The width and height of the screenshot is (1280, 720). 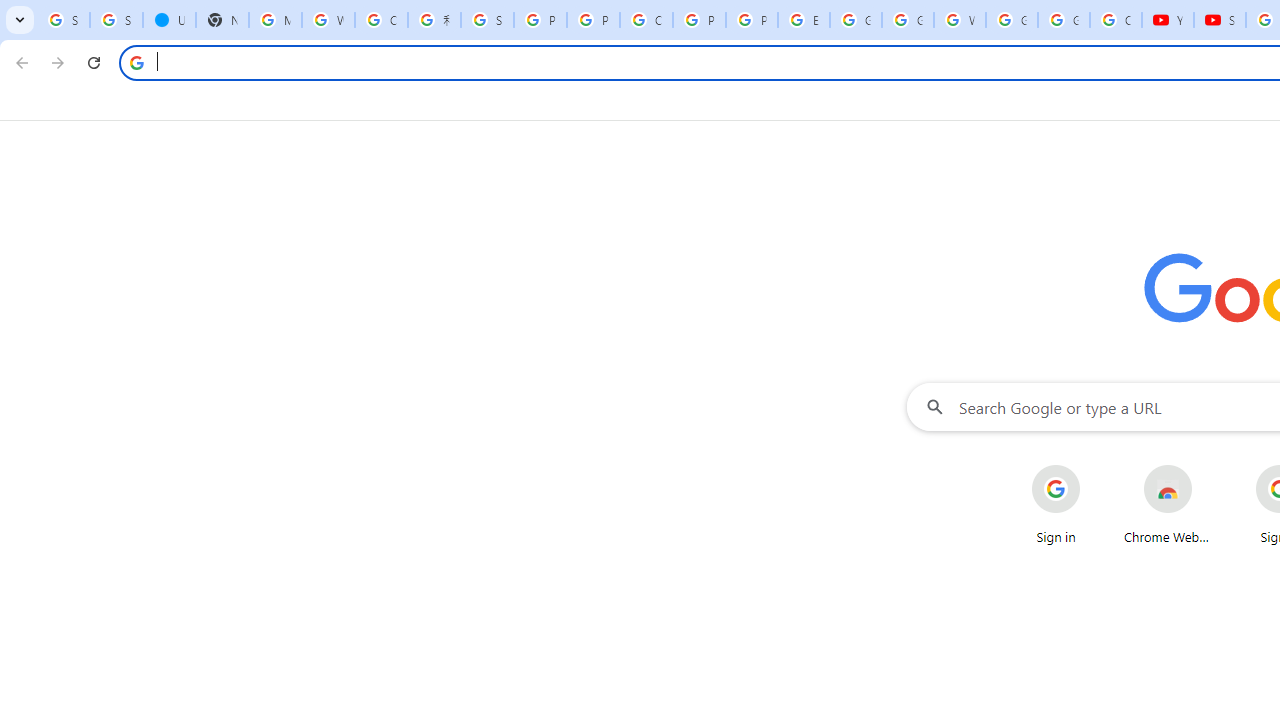 I want to click on 'Sign in - Google Accounts', so click(x=115, y=20).